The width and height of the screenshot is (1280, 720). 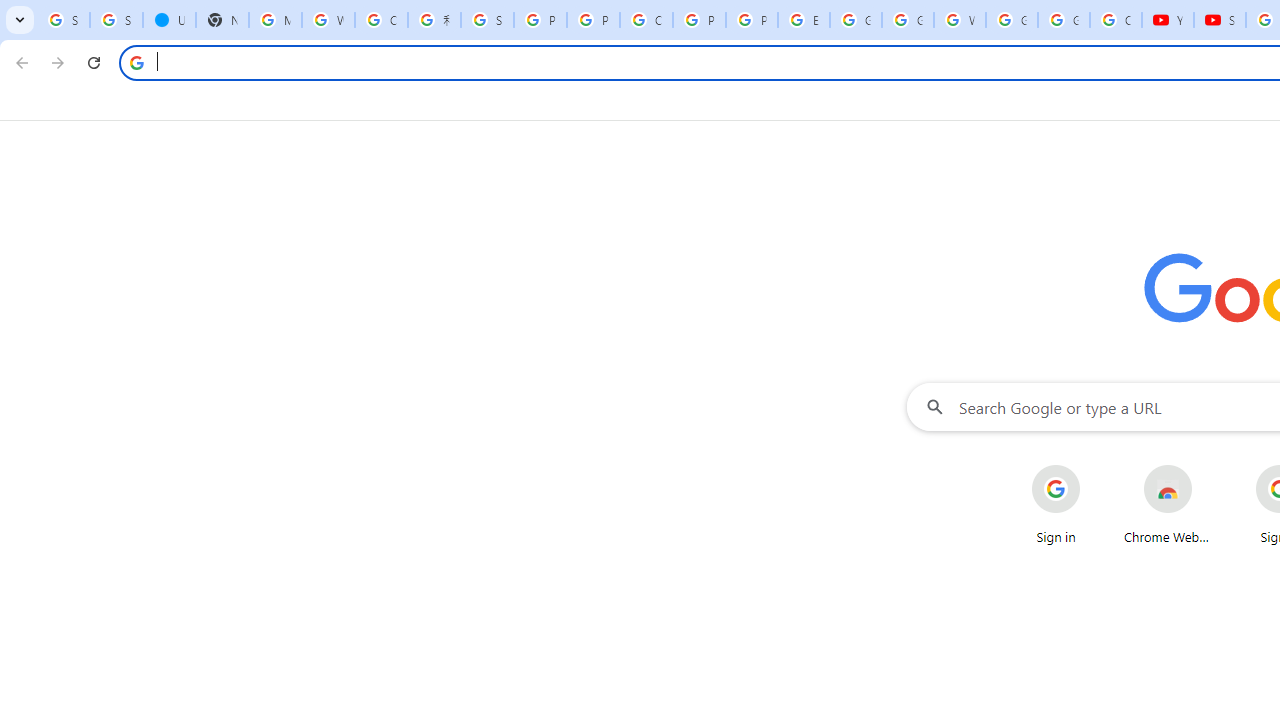 I want to click on 'Sign in - Google Accounts', so click(x=115, y=20).